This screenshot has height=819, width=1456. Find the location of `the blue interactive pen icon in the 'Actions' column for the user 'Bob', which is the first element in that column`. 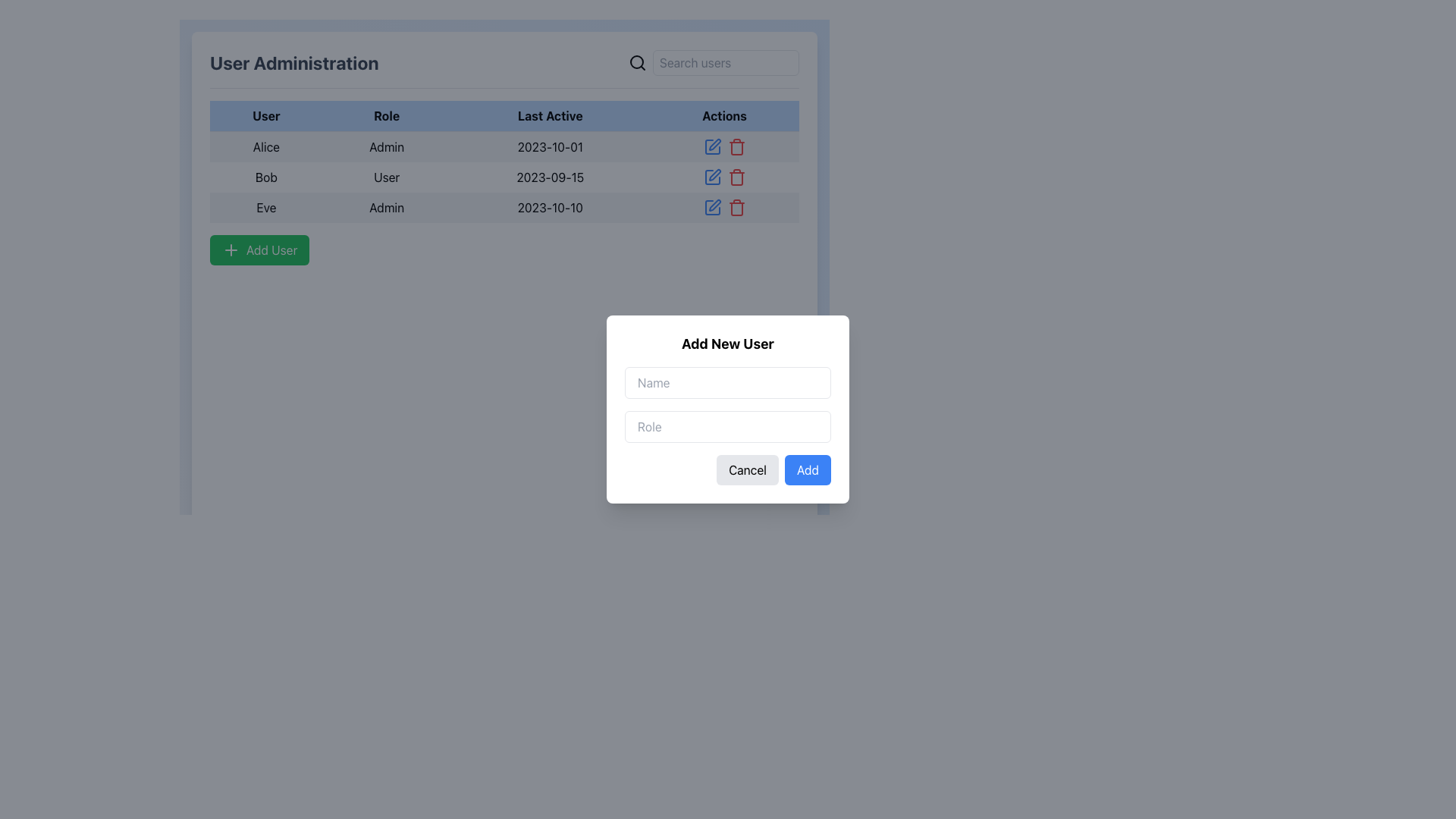

the blue interactive pen icon in the 'Actions' column for the user 'Bob', which is the first element in that column is located at coordinates (711, 177).